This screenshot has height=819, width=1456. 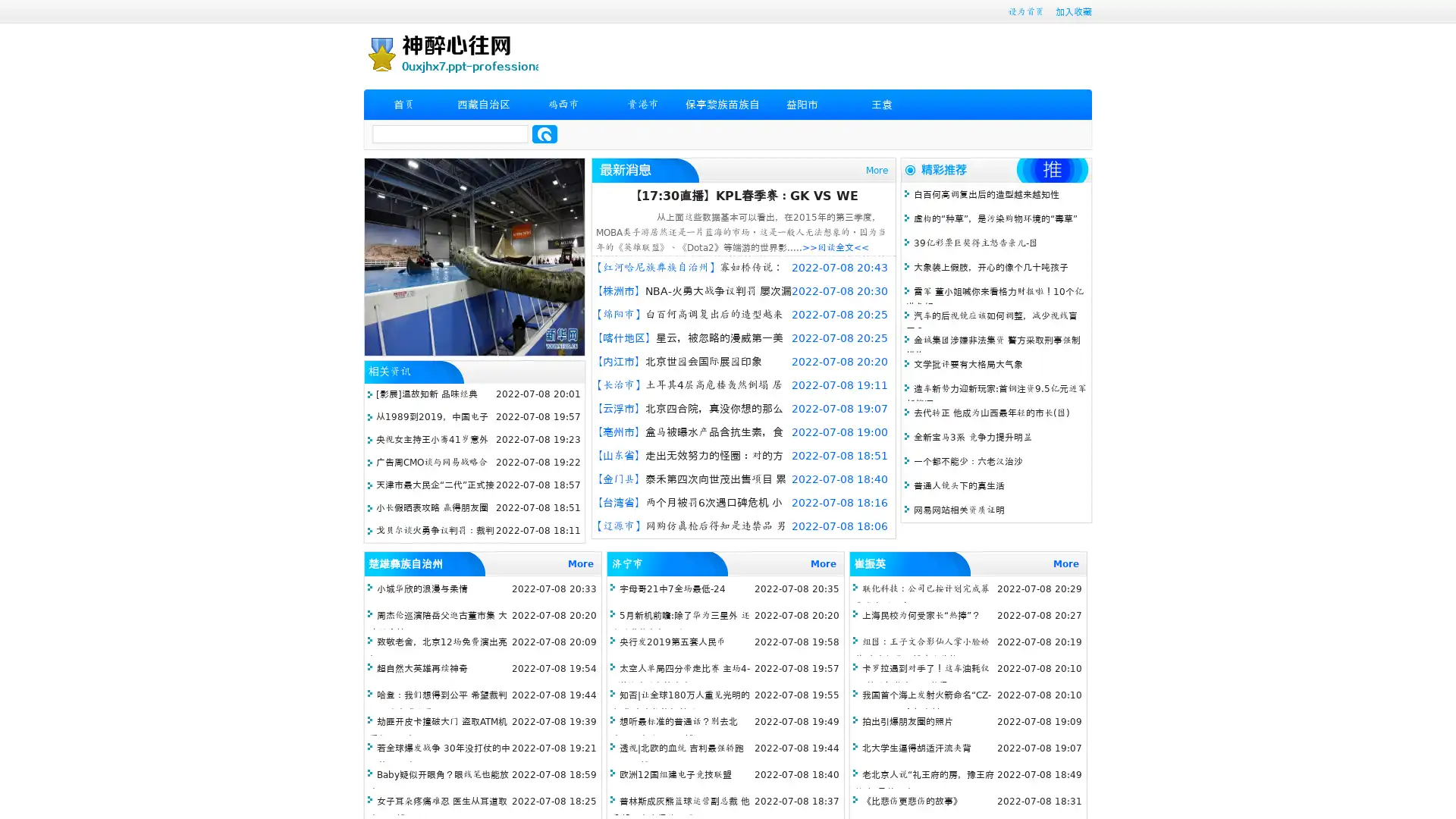 I want to click on Search, so click(x=544, y=133).